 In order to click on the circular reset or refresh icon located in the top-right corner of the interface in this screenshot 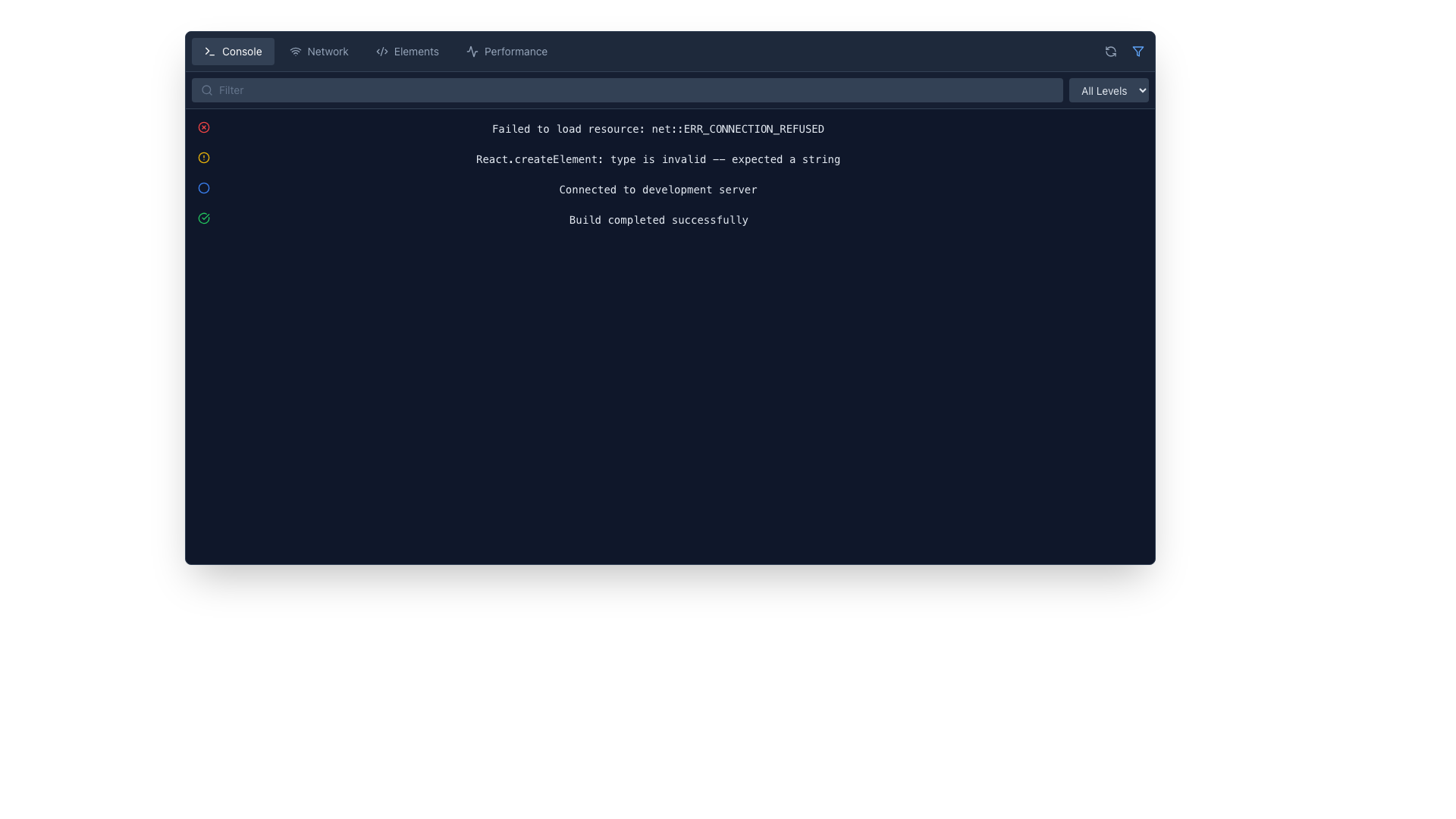, I will do `click(1110, 51)`.